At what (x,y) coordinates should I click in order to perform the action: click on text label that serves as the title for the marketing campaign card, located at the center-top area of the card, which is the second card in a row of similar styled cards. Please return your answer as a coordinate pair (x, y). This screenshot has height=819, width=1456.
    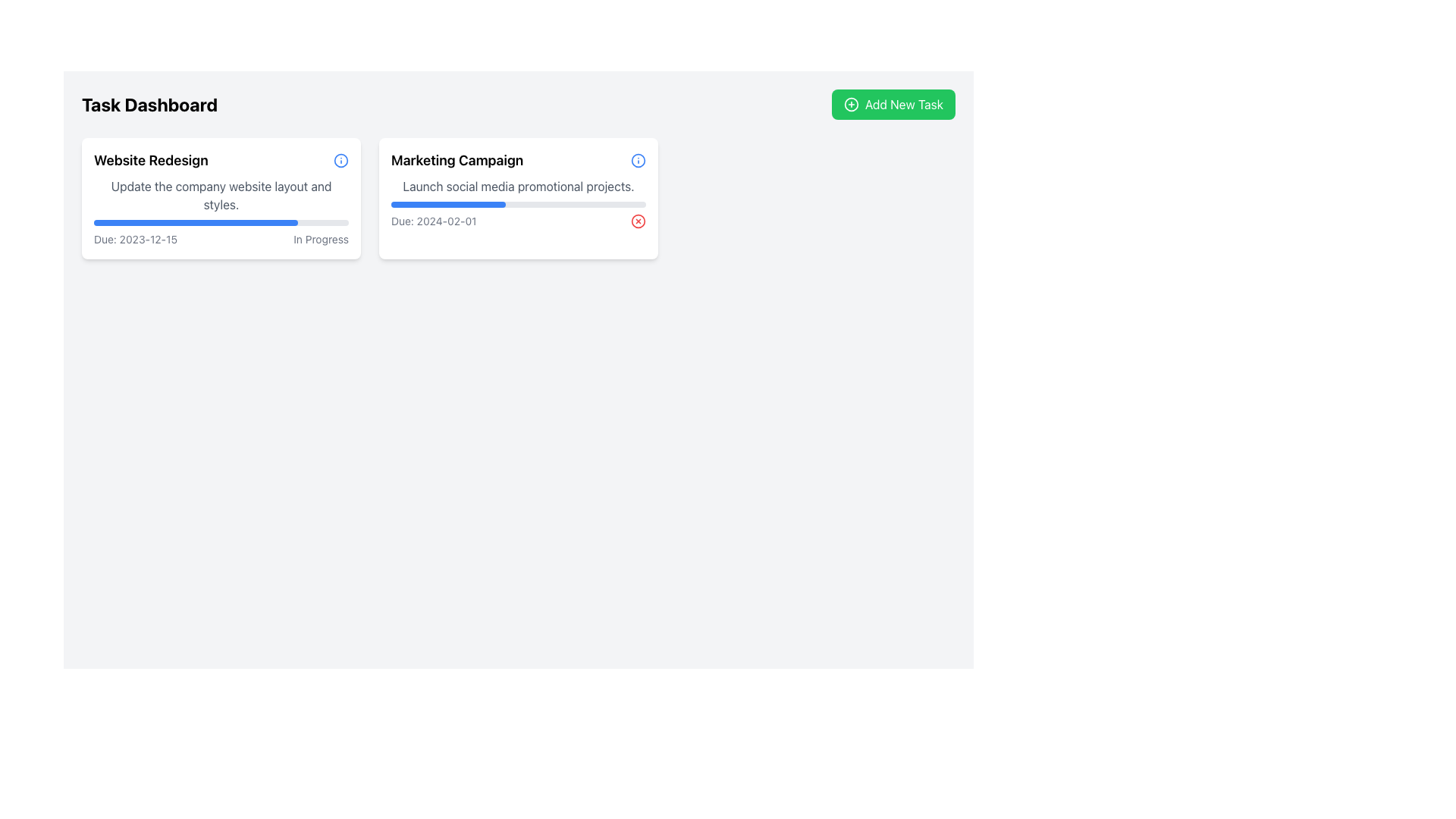
    Looking at the image, I should click on (457, 161).